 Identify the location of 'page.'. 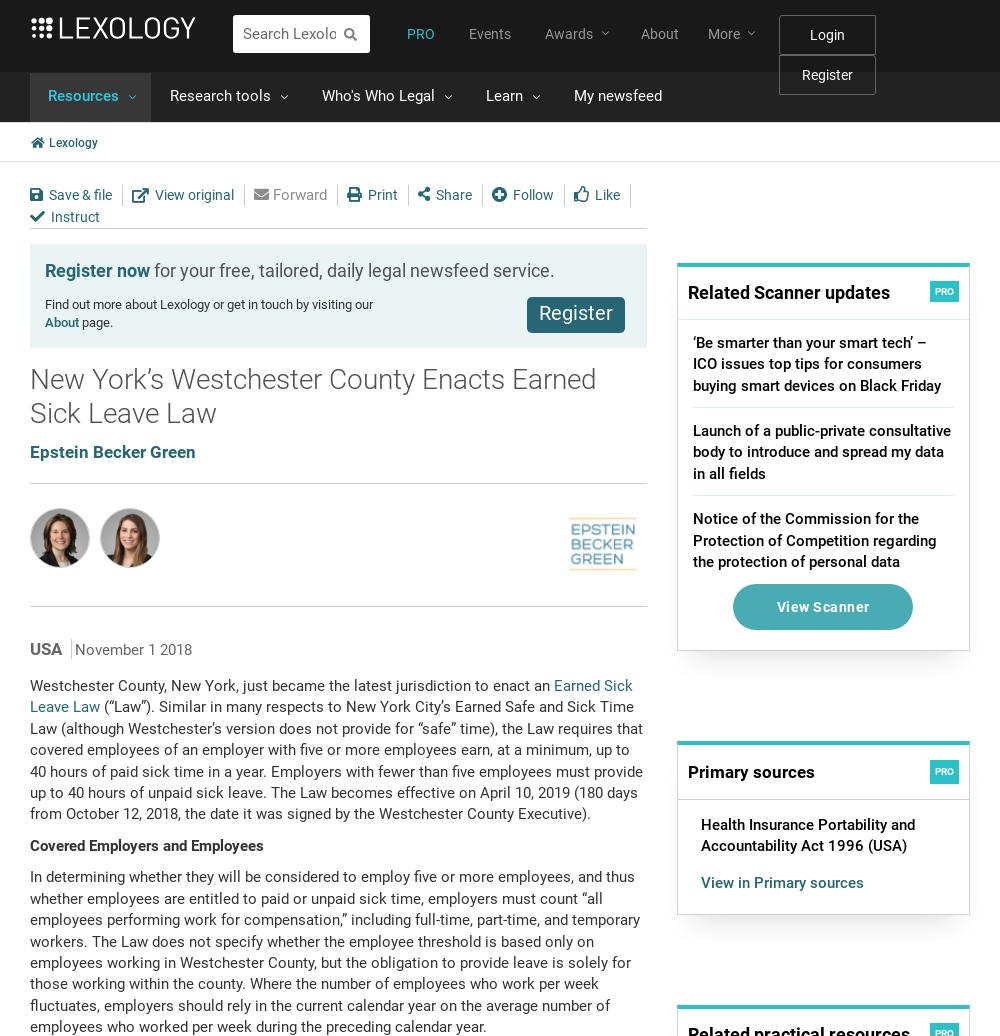
(78, 322).